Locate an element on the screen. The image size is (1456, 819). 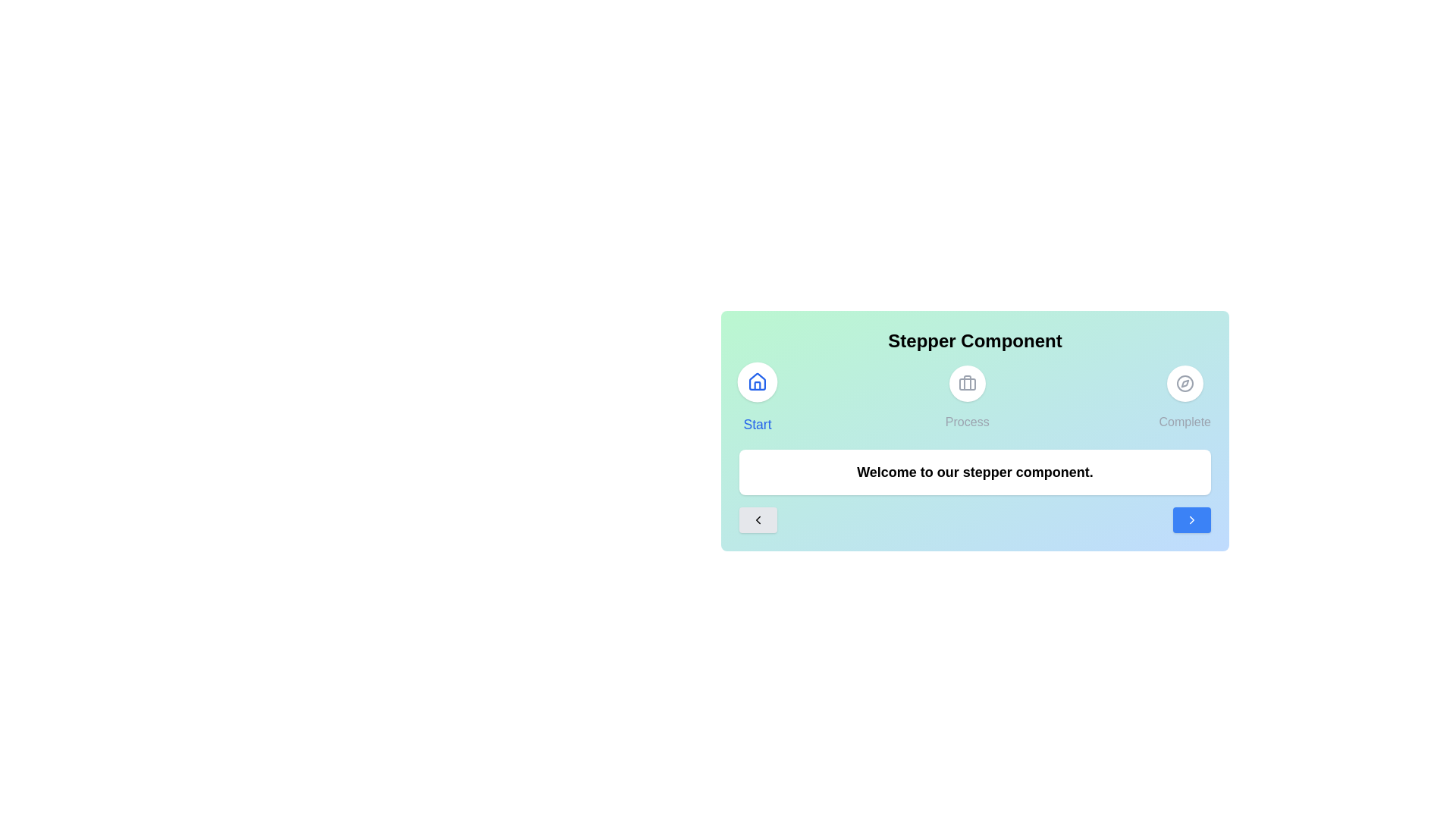
the step icon labeled Complete is located at coordinates (1183, 397).